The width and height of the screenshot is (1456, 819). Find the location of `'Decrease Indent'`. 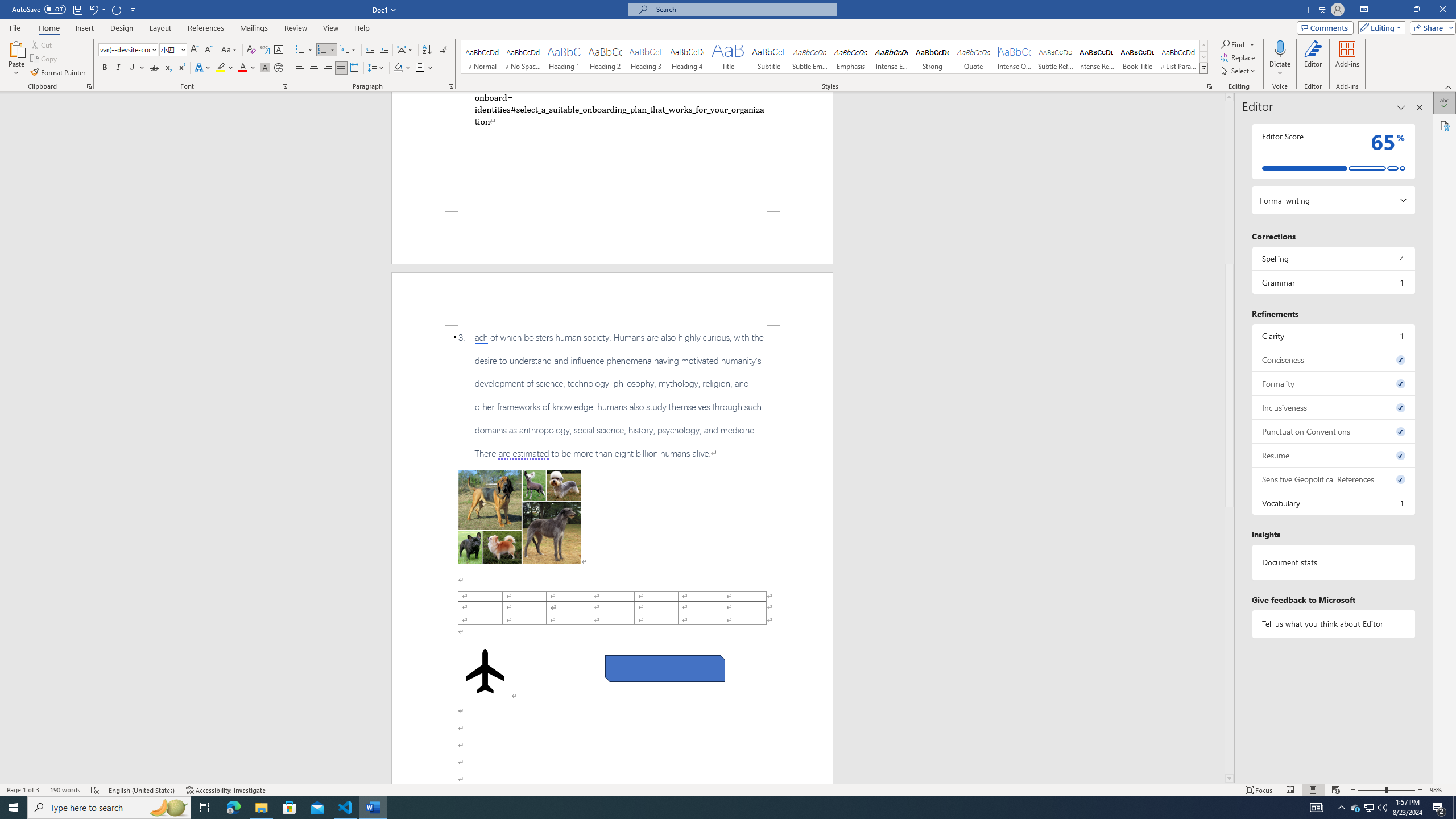

'Decrease Indent' is located at coordinates (370, 49).